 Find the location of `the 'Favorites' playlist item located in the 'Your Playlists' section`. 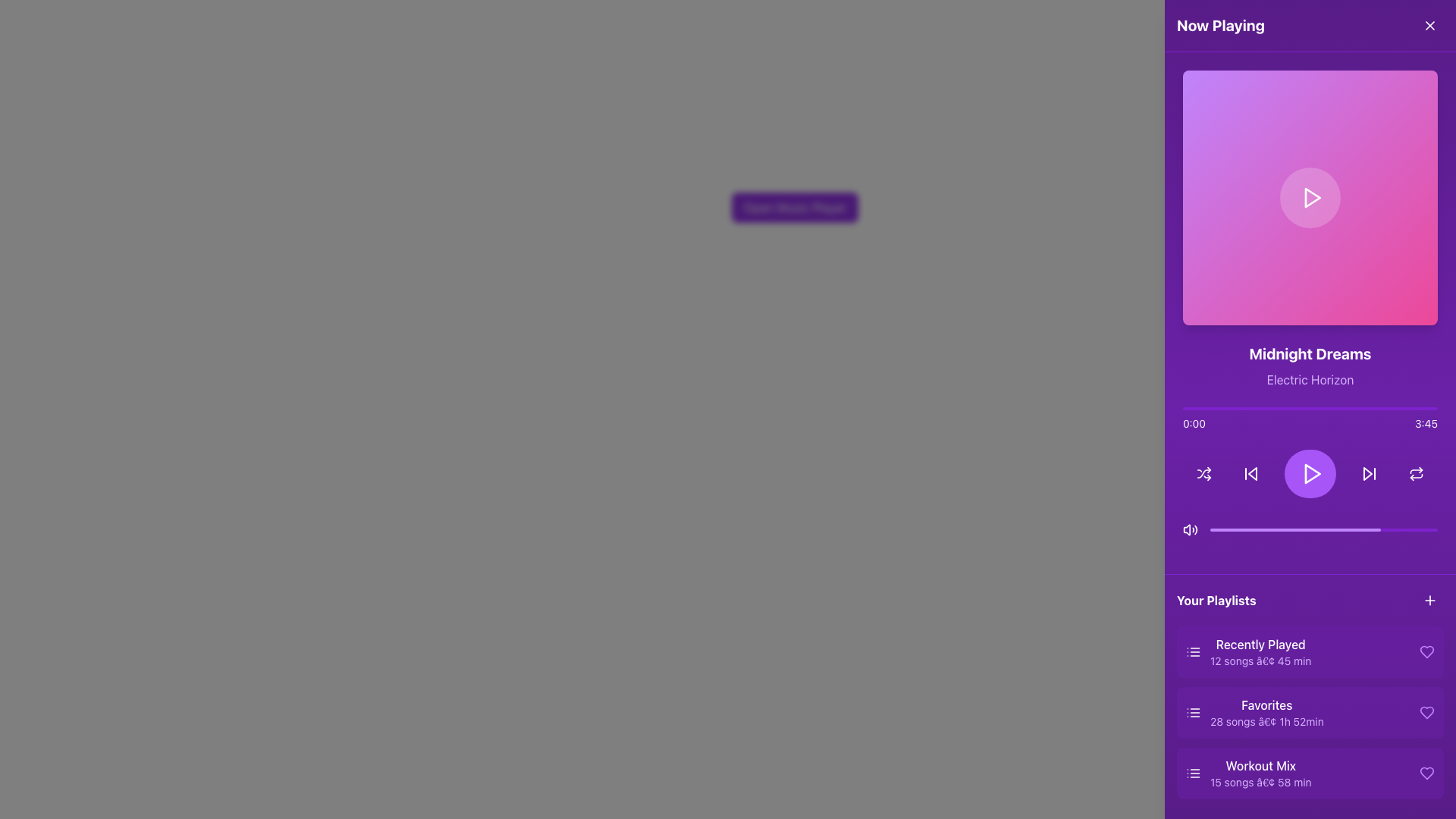

the 'Favorites' playlist item located in the 'Your Playlists' section is located at coordinates (1266, 713).